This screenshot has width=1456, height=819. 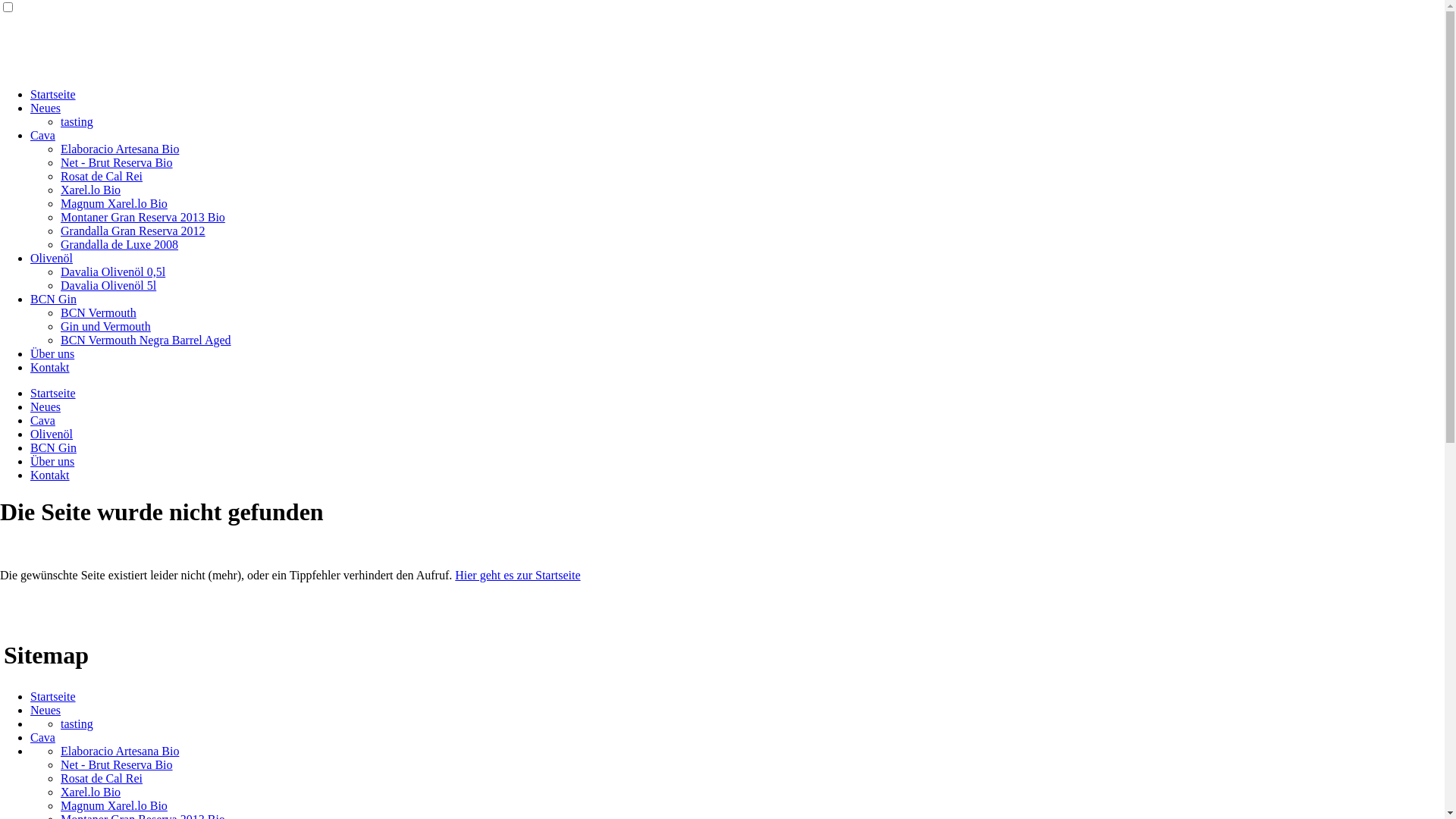 I want to click on 'Montaner Gran Reserva 2013 Bio', so click(x=61, y=217).